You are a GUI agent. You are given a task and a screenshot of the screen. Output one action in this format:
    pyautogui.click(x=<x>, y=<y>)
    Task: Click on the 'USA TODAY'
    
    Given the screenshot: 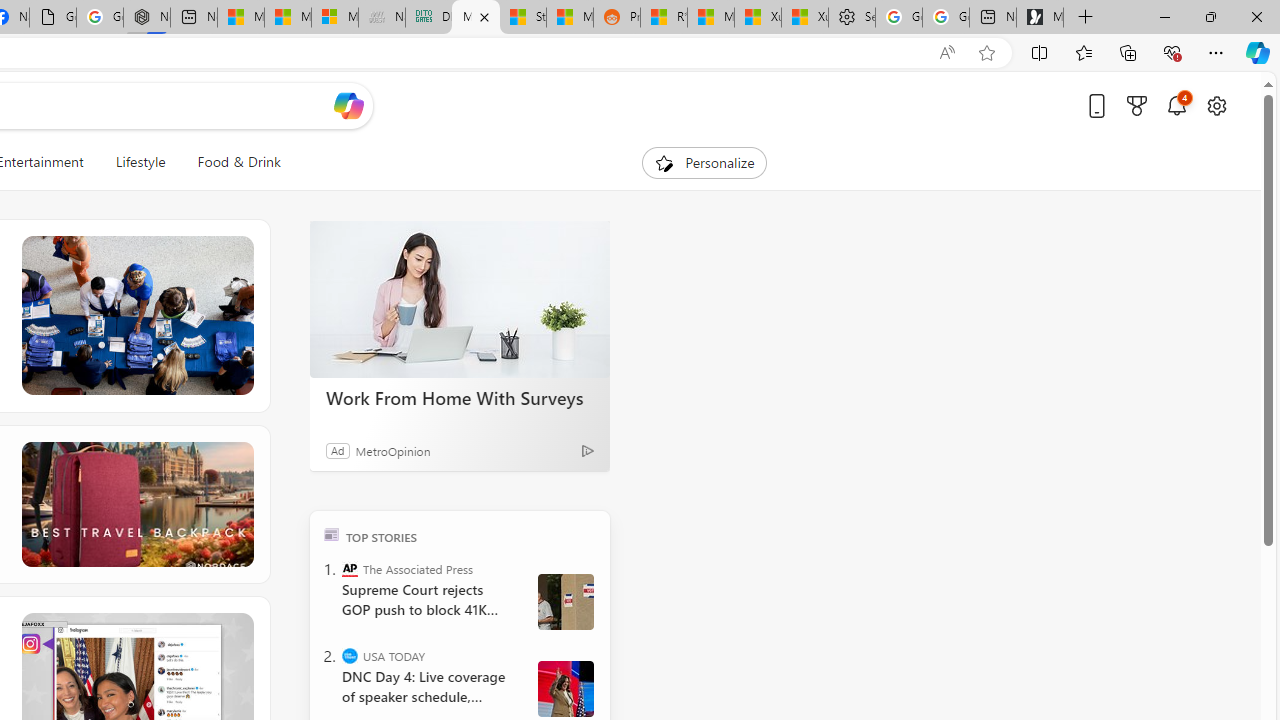 What is the action you would take?
    pyautogui.click(x=350, y=655)
    